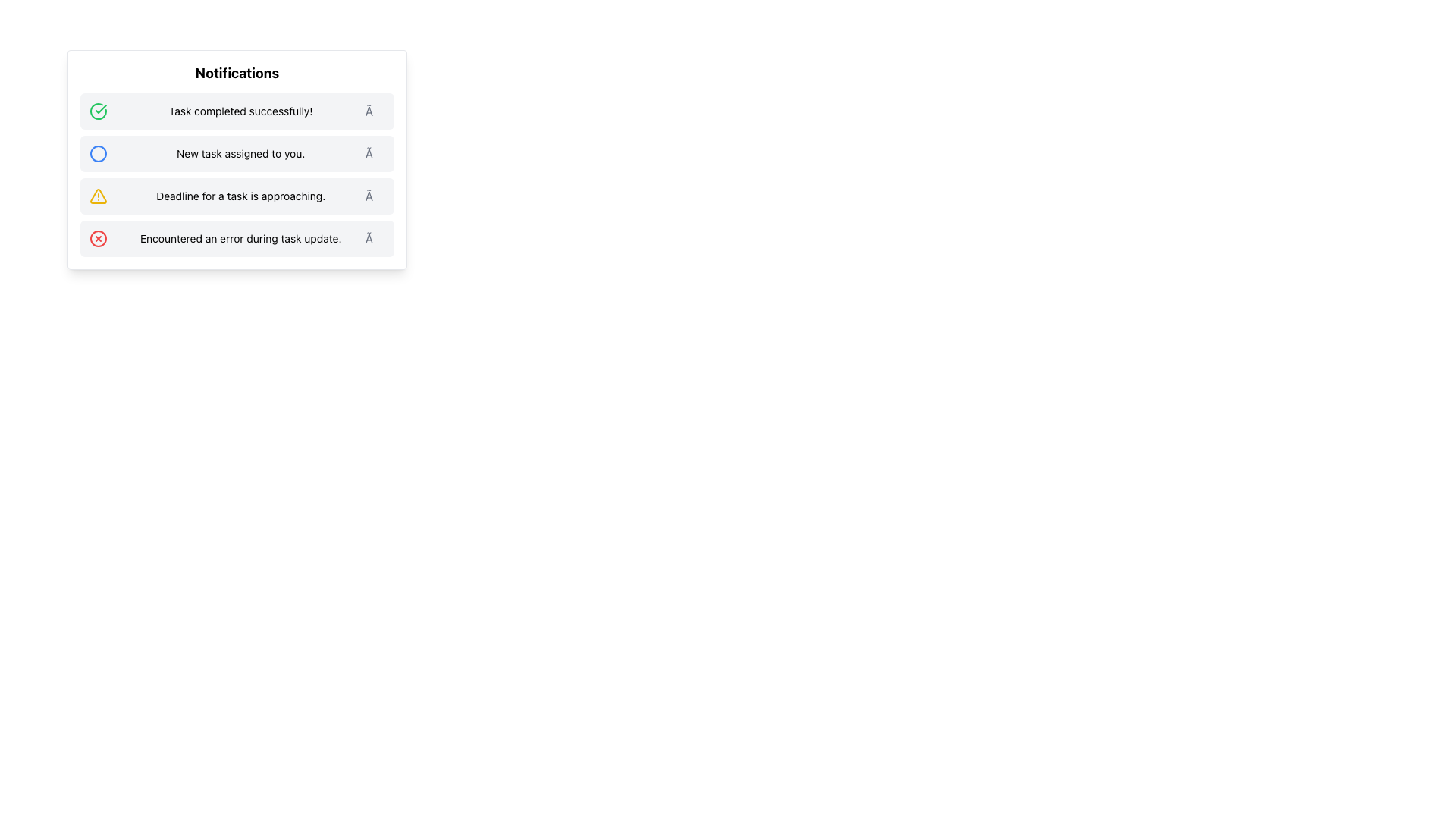 The image size is (1456, 819). Describe the element at coordinates (97, 195) in the screenshot. I see `the warning icon located at the leftmost end of the notification indicating 'Deadline for a task is approaching'` at that location.